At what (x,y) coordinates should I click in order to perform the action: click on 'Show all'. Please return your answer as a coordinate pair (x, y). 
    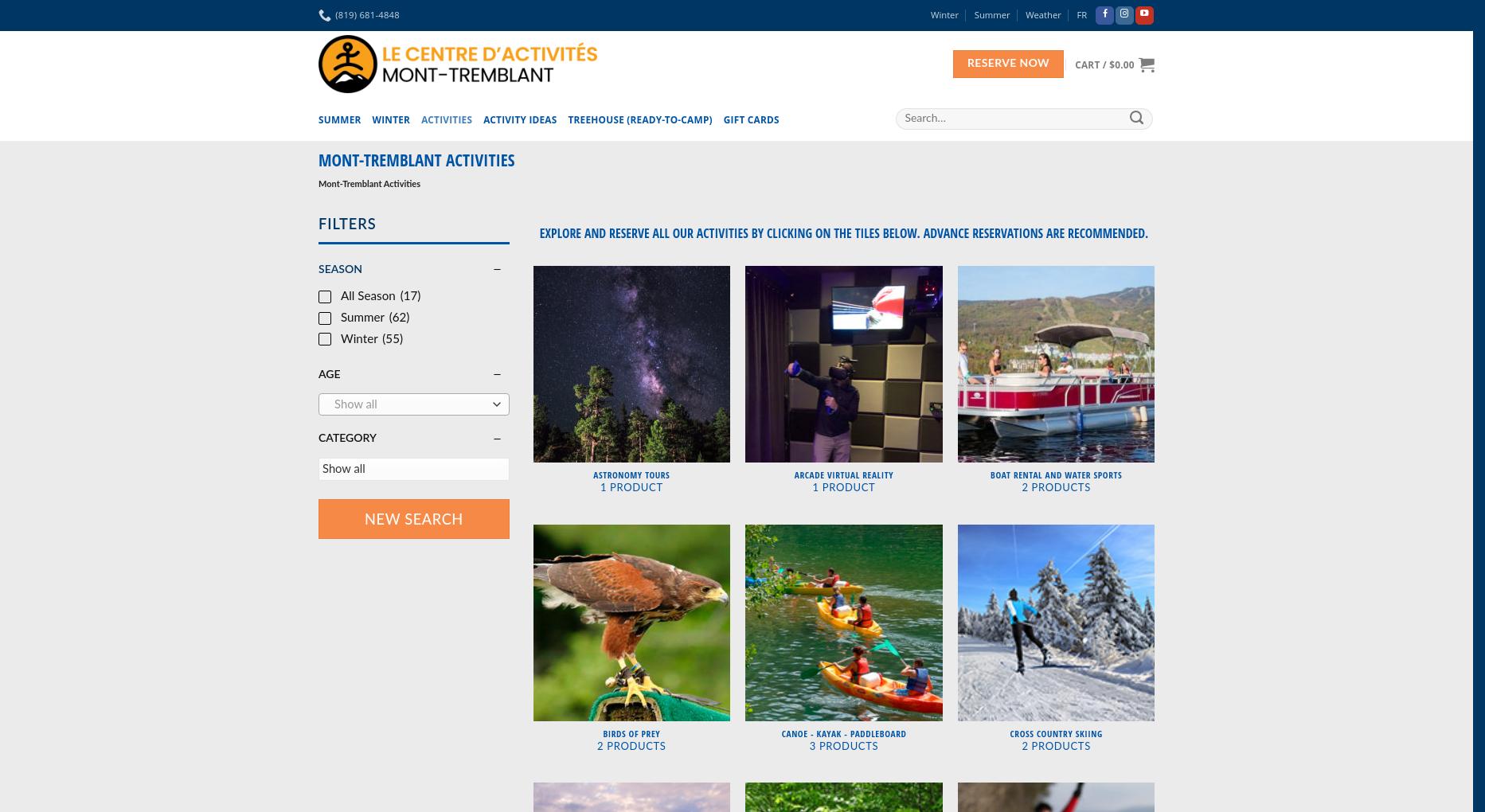
    Looking at the image, I should click on (354, 404).